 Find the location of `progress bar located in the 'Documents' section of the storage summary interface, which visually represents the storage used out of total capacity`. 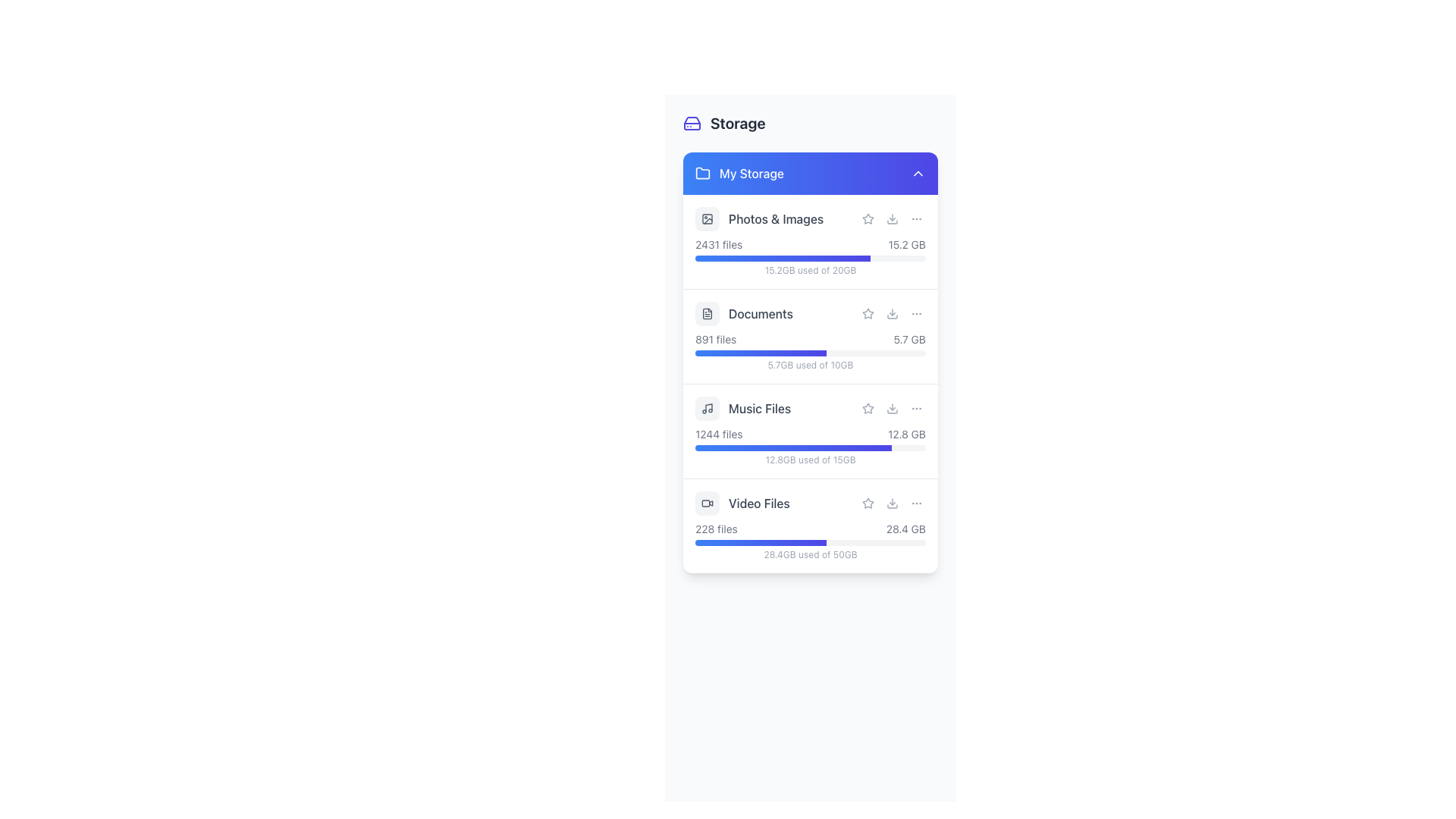

progress bar located in the 'Documents' section of the storage summary interface, which visually represents the storage used out of total capacity is located at coordinates (810, 353).